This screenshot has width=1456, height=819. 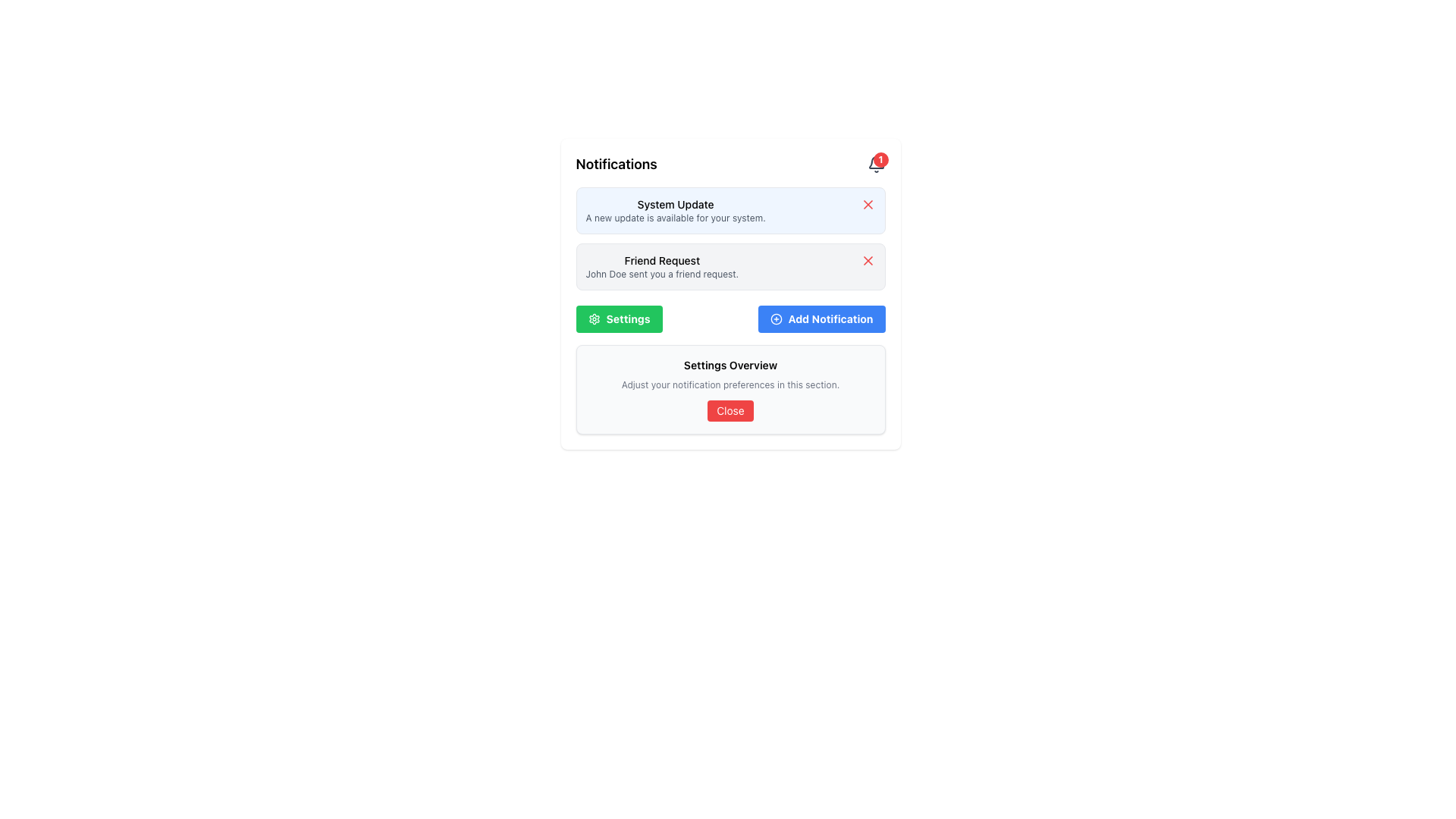 What do you see at coordinates (730, 388) in the screenshot?
I see `the section titled 'Settings Overview' which includes a red button labeled 'Close' at the bottom` at bounding box center [730, 388].